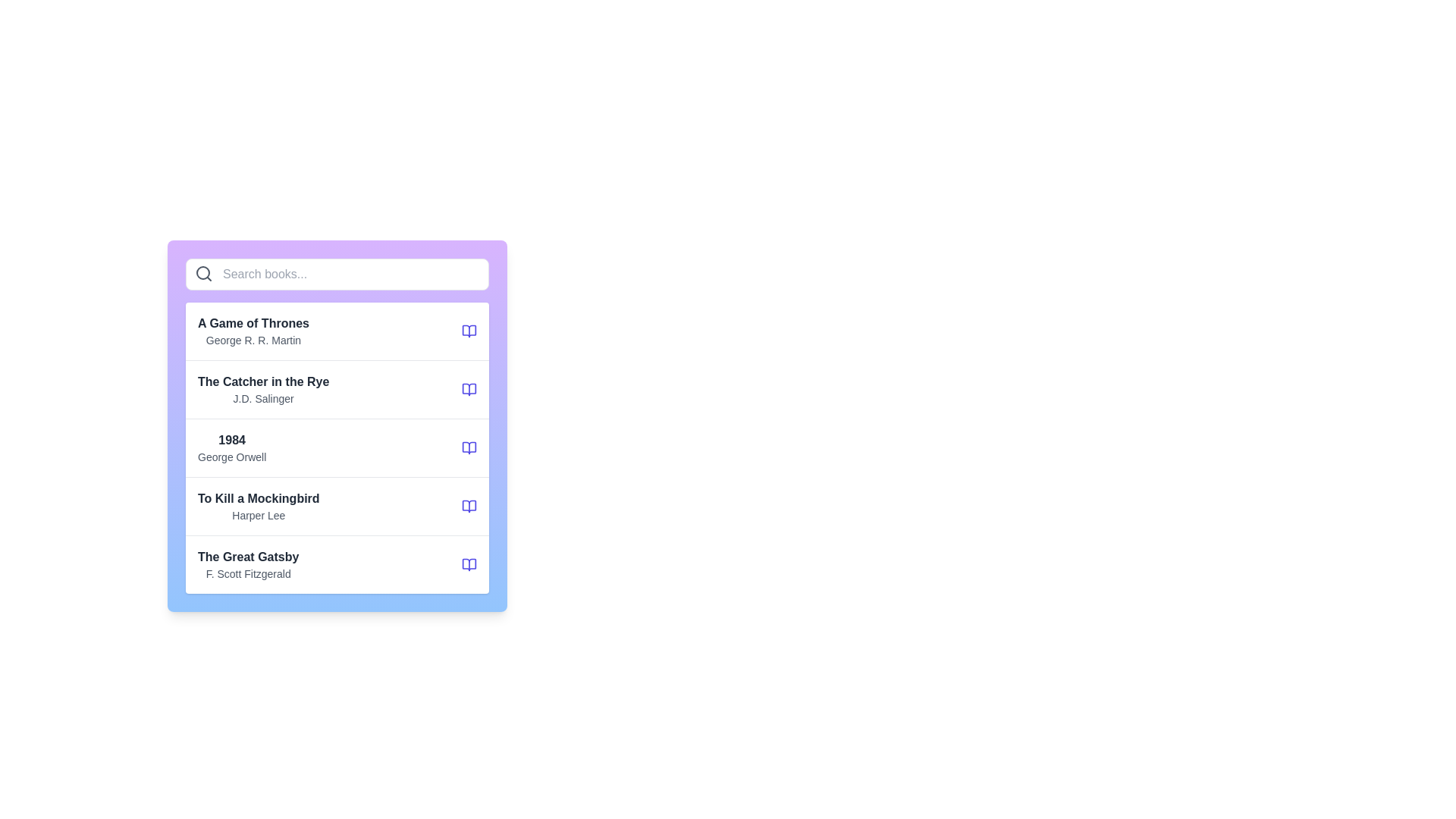  Describe the element at coordinates (248, 573) in the screenshot. I see `the Text Label displaying 'F. Scott Fitzgerald', which is located beneath 'The Great Gatsby' in the interface` at that location.